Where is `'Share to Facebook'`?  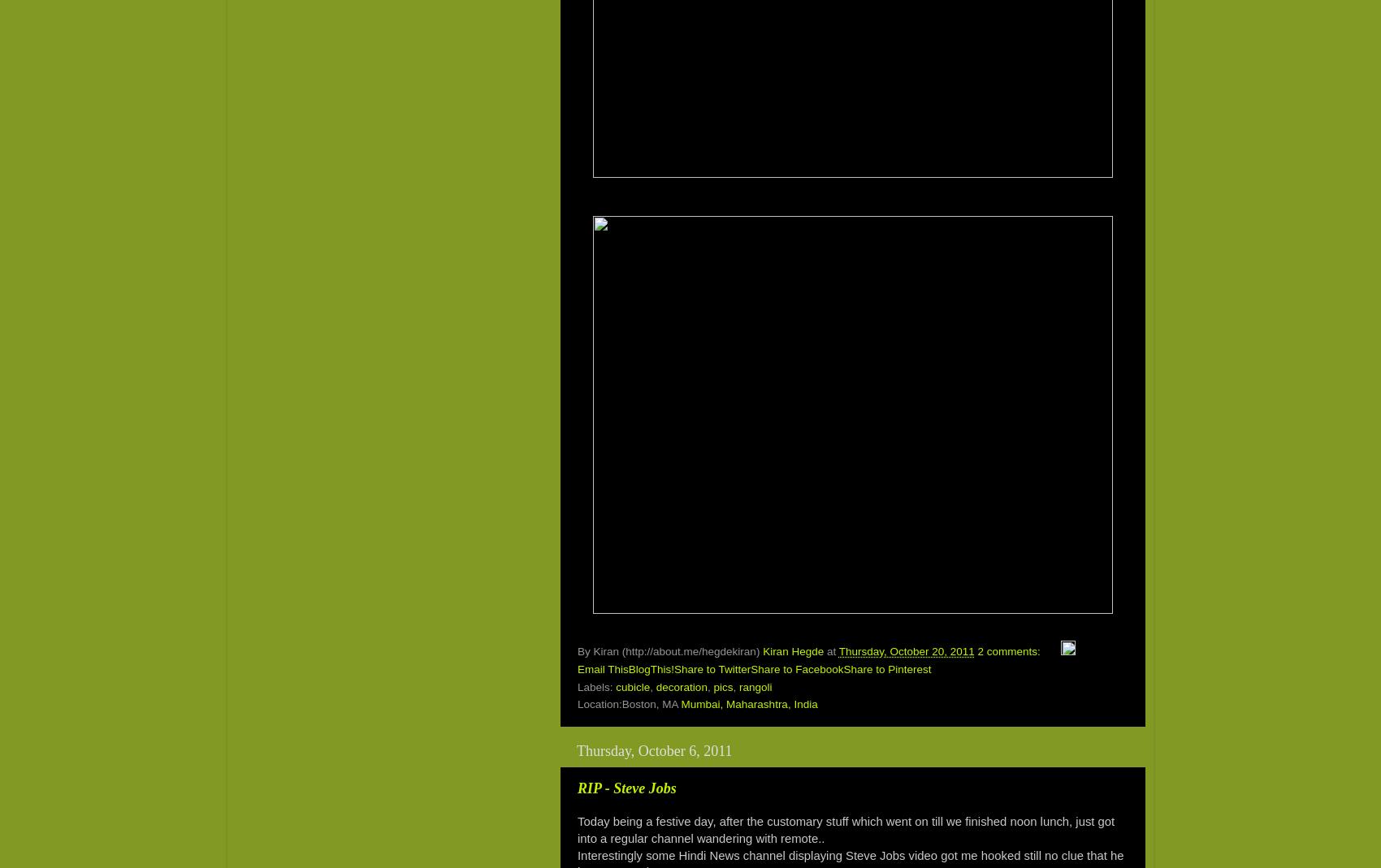
'Share to Facebook' is located at coordinates (796, 669).